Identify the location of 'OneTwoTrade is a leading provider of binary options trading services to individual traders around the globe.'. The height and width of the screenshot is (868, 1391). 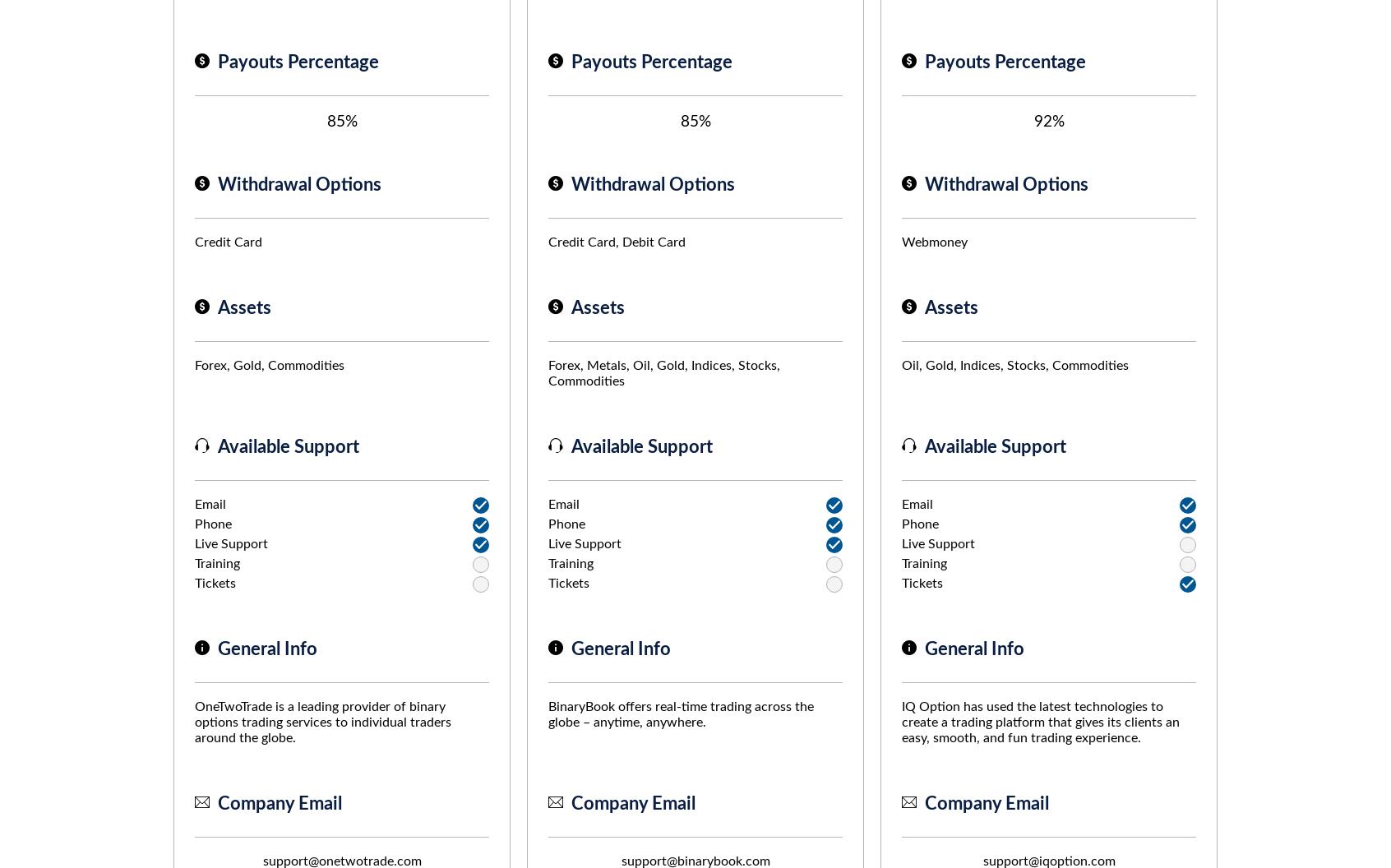
(323, 722).